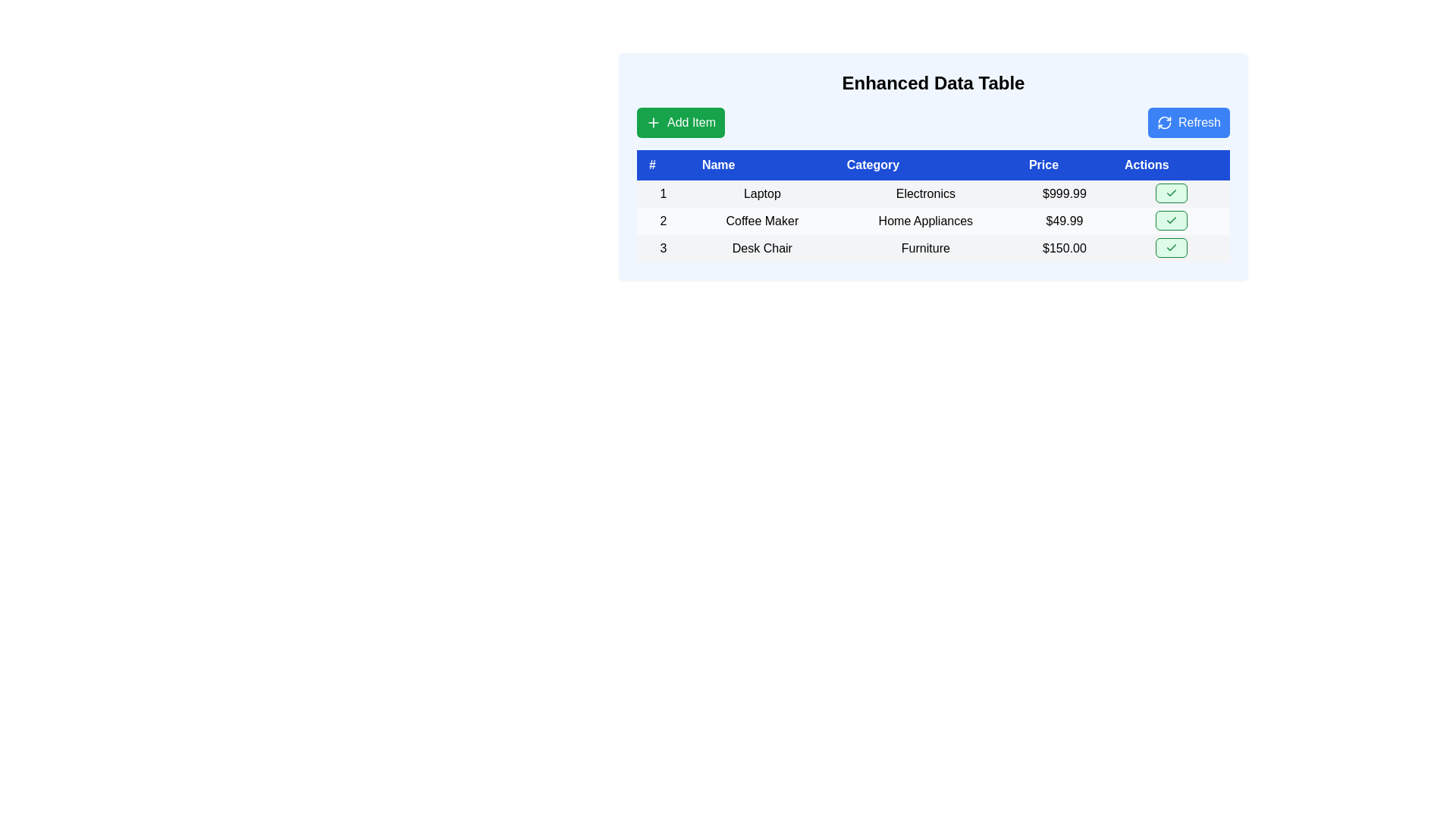 This screenshot has width=1456, height=819. I want to click on the individual cells within the third row of the table containing values '3', 'Desk Chair', 'Furniture', and '$150.00', so click(932, 247).